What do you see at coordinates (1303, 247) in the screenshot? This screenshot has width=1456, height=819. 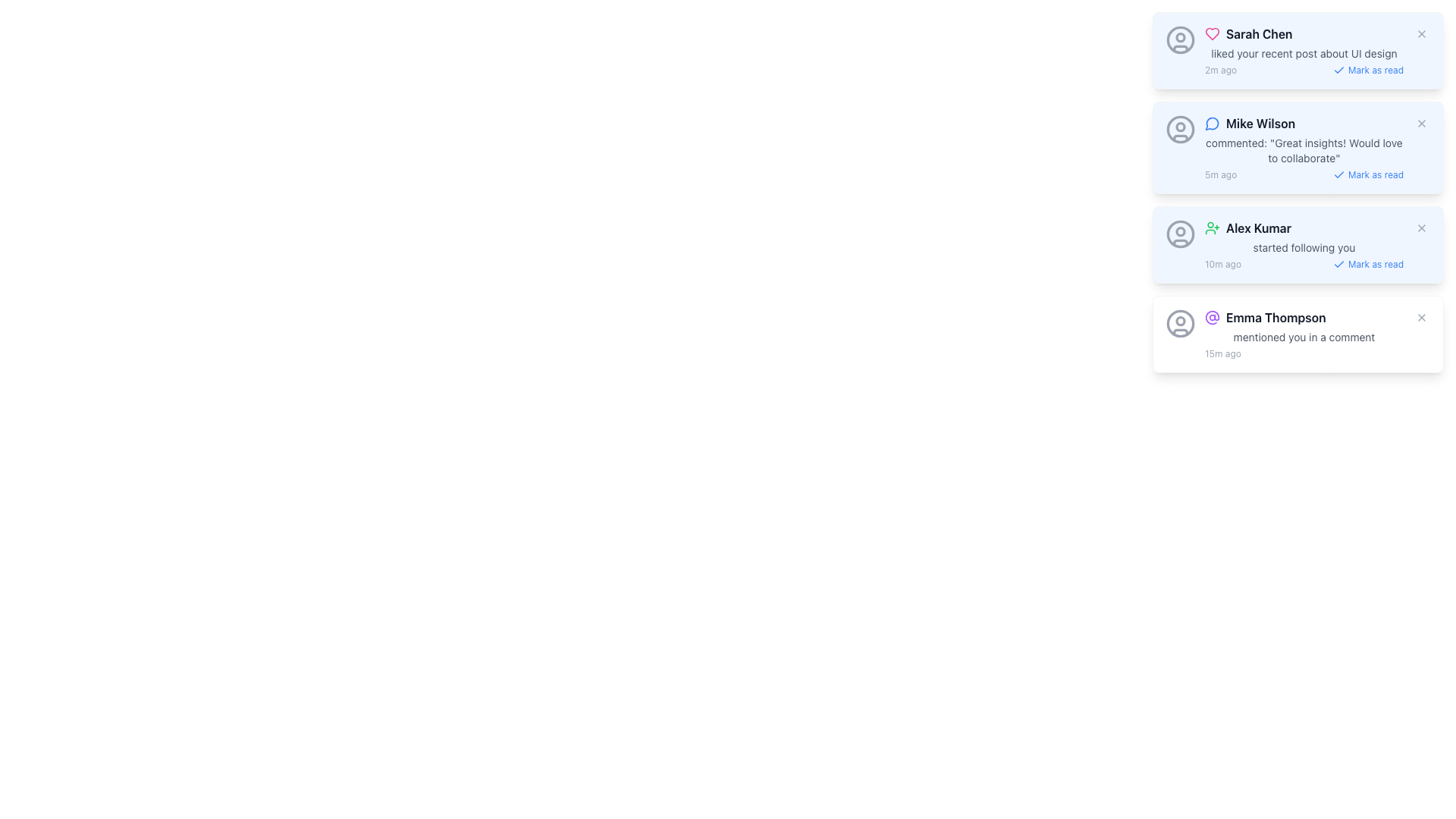 I see `the static text that says 'started following you' located in the notification card below 'Alex Kumar.'` at bounding box center [1303, 247].